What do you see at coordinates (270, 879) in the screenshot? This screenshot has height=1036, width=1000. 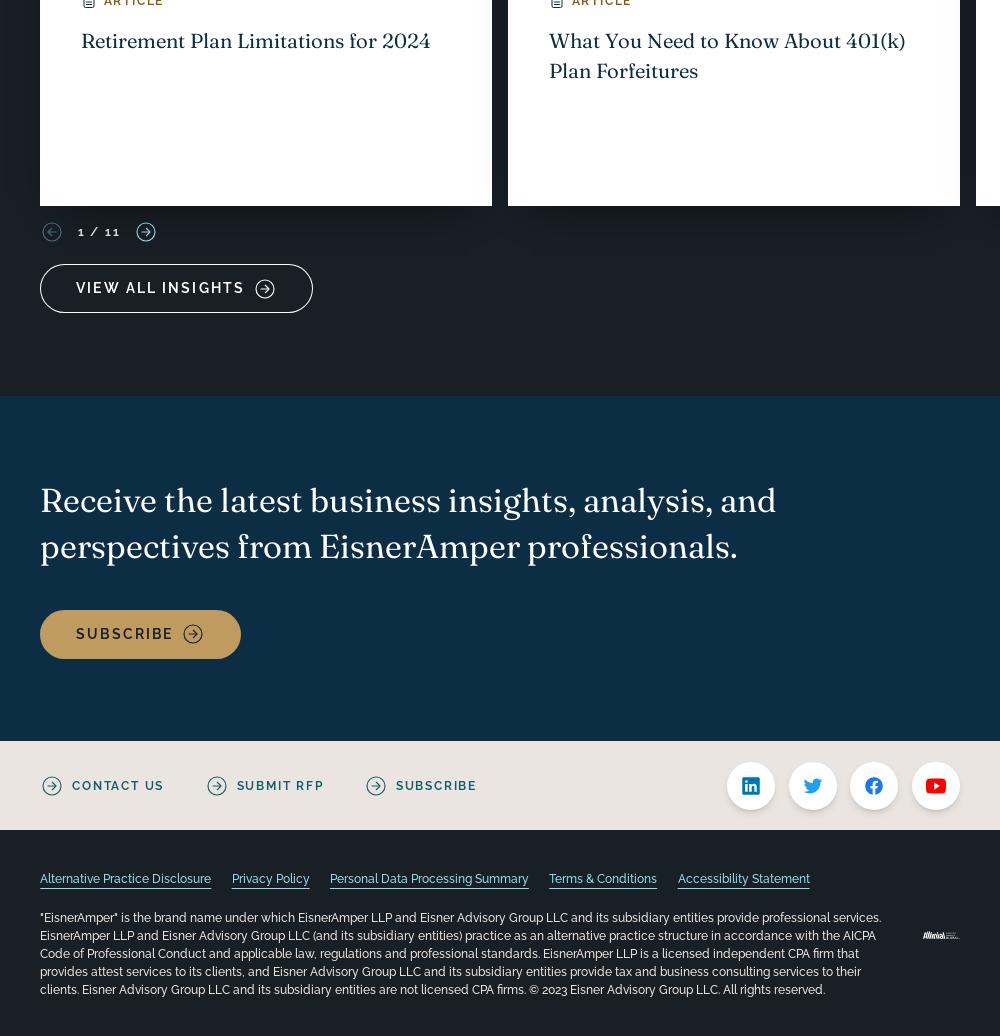 I see `'Privacy Policy'` at bounding box center [270, 879].